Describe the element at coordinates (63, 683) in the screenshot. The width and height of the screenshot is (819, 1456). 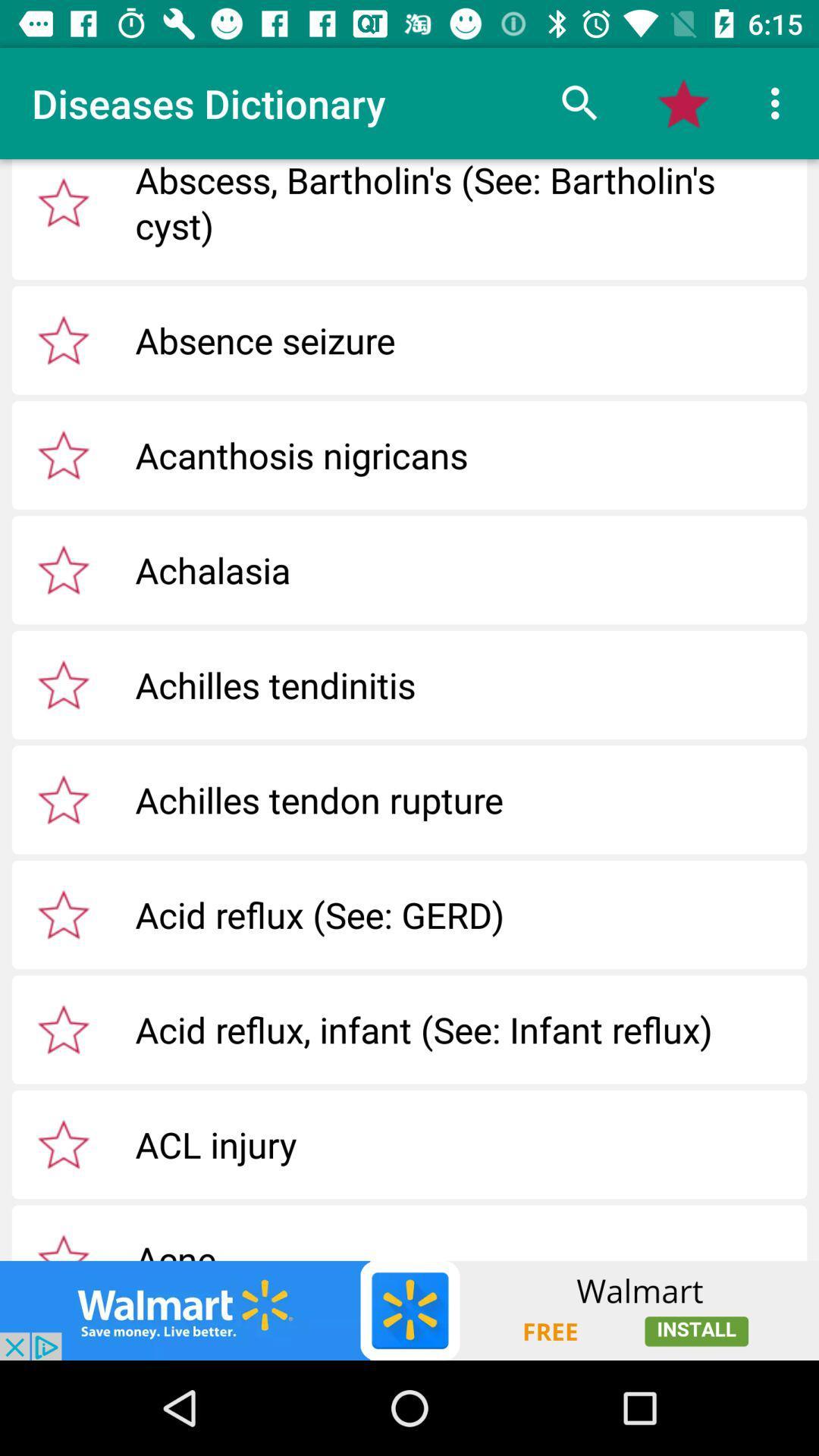
I see `favorite` at that location.